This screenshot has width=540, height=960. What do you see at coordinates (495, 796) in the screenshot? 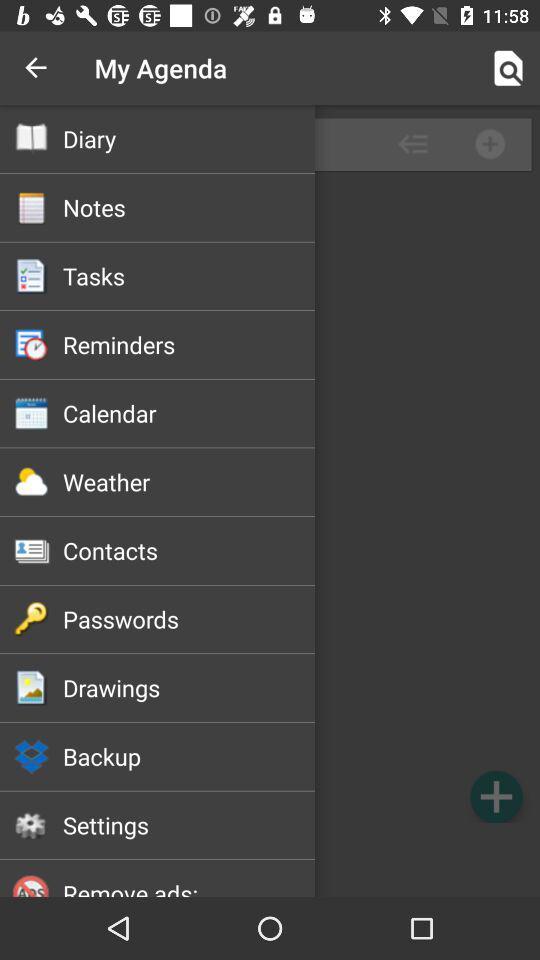
I see `agenda option` at bounding box center [495, 796].